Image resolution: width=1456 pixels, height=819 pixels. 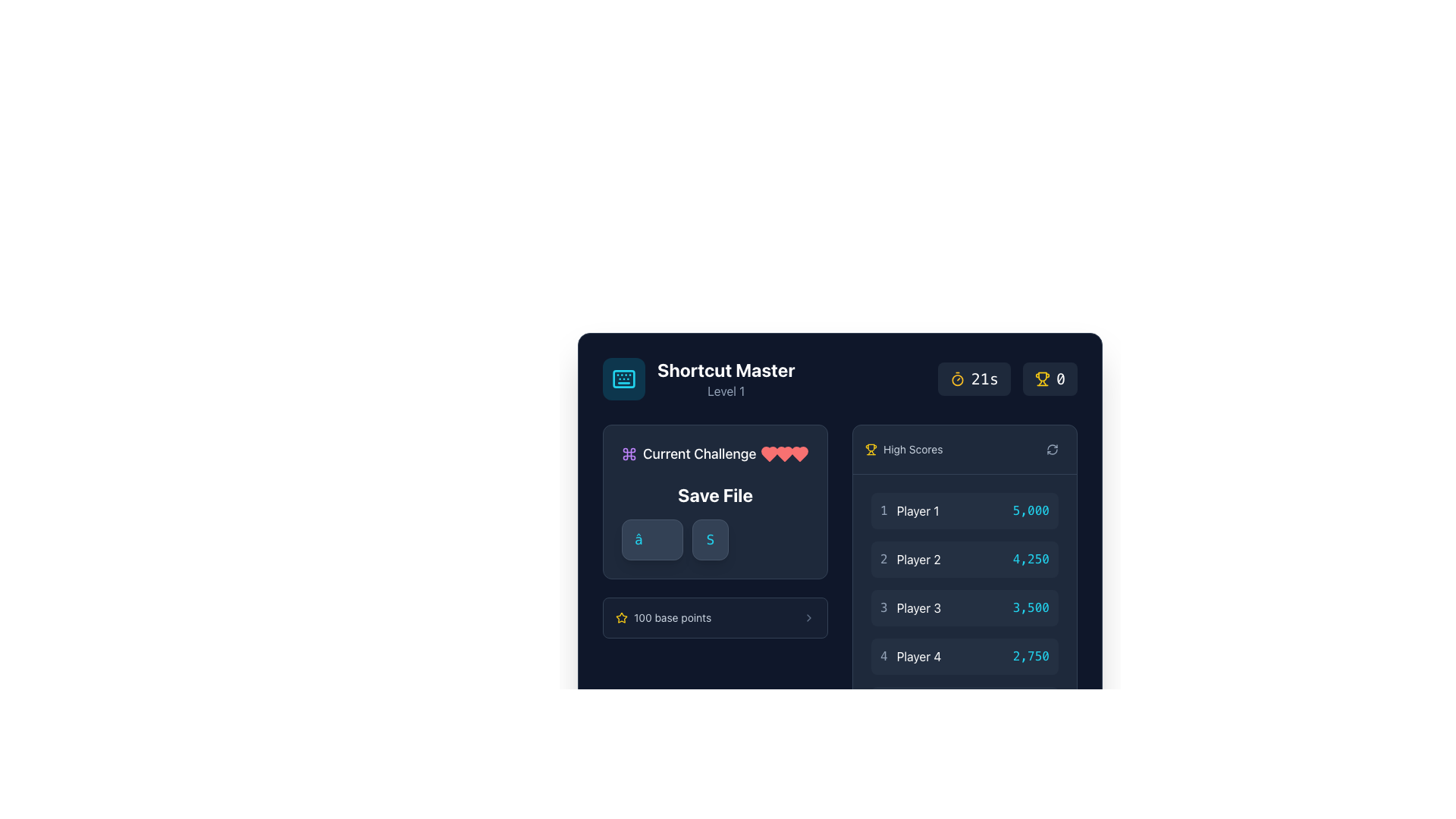 What do you see at coordinates (1051, 449) in the screenshot?
I see `the icon button in the top right corner of the 'High Scores' section` at bounding box center [1051, 449].